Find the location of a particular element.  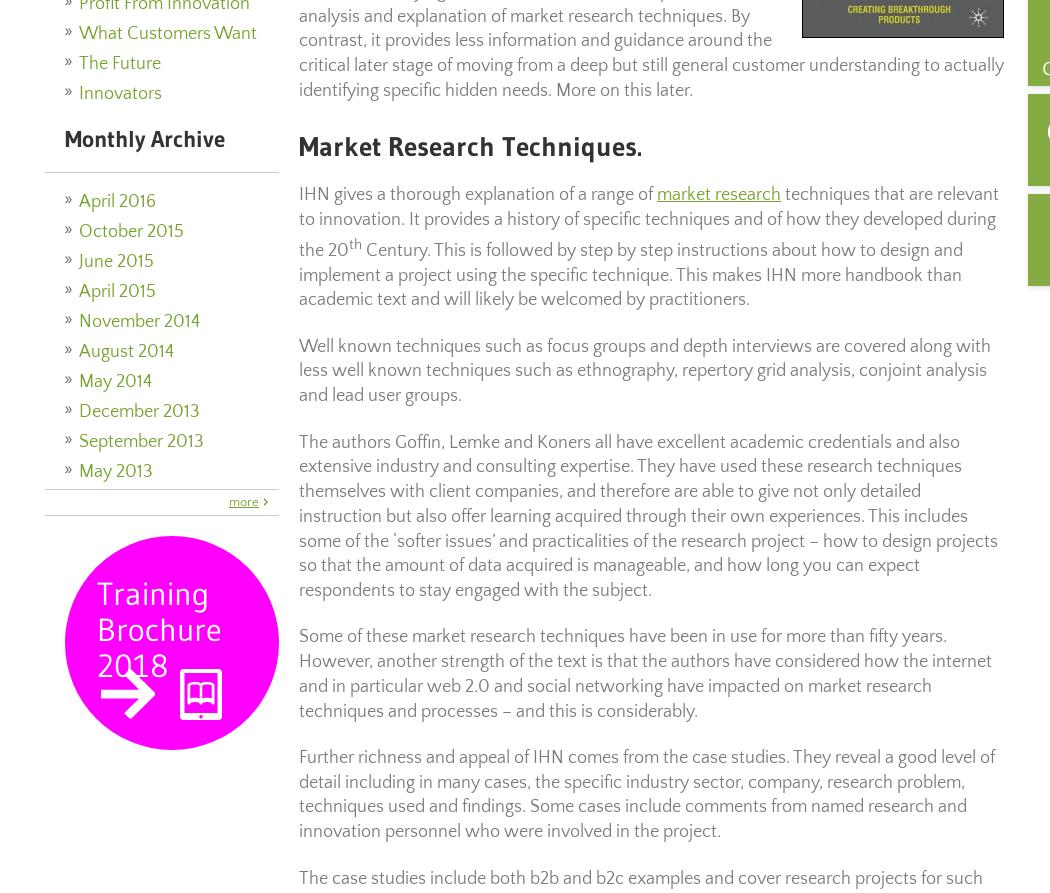

'The Future' is located at coordinates (119, 62).